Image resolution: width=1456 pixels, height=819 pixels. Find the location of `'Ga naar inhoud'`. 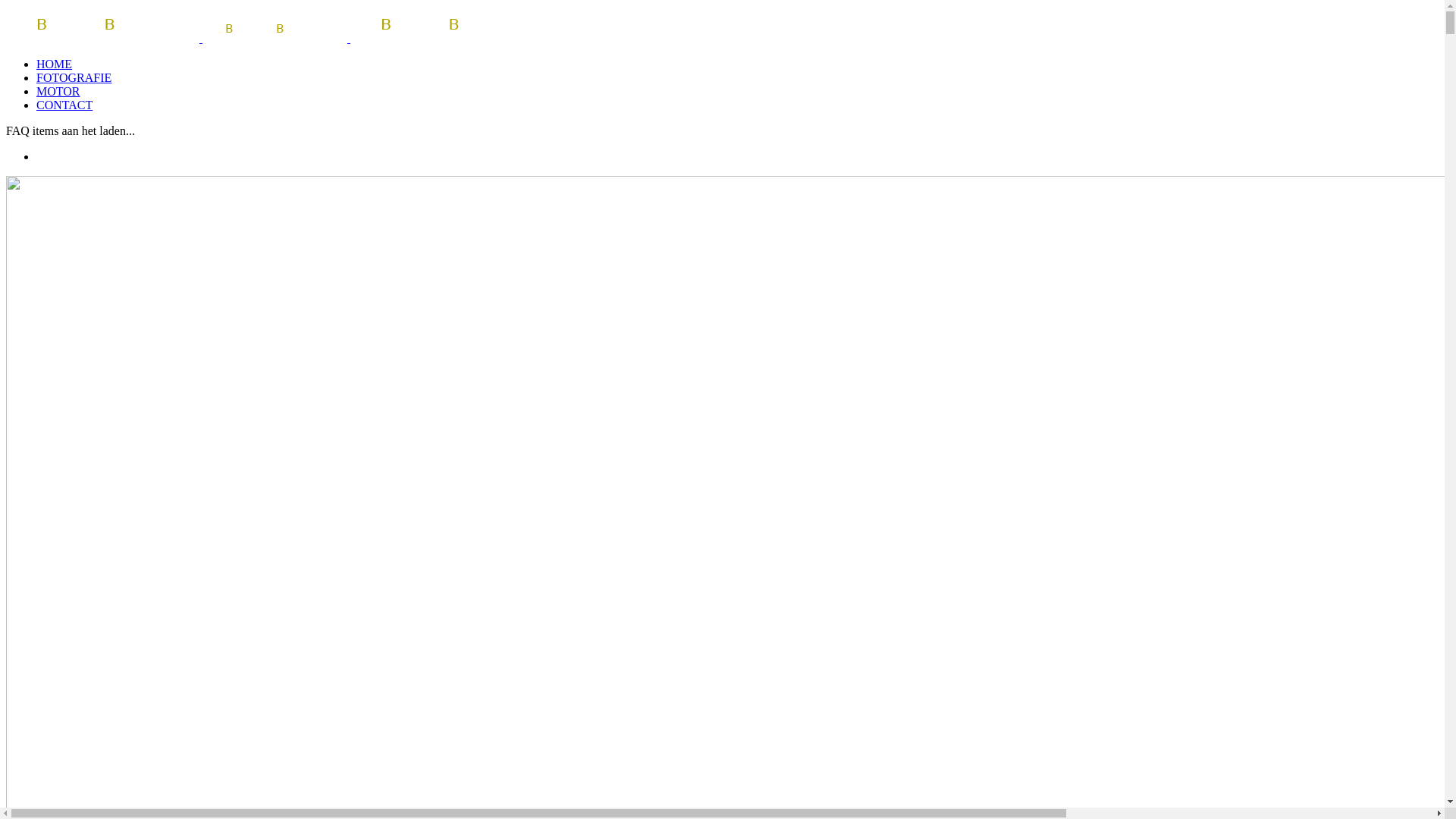

'Ga naar inhoud' is located at coordinates (5, 5).